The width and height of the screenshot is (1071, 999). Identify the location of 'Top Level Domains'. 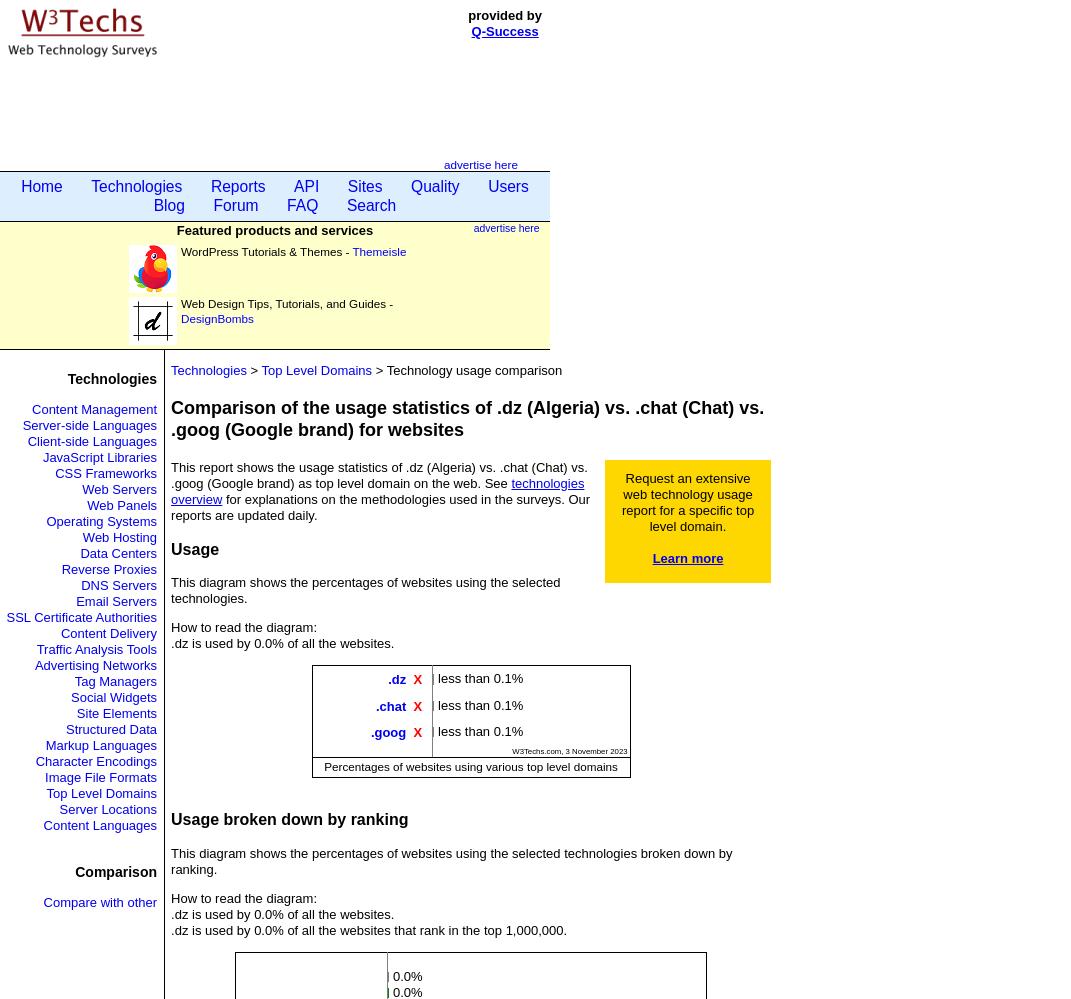
(45, 793).